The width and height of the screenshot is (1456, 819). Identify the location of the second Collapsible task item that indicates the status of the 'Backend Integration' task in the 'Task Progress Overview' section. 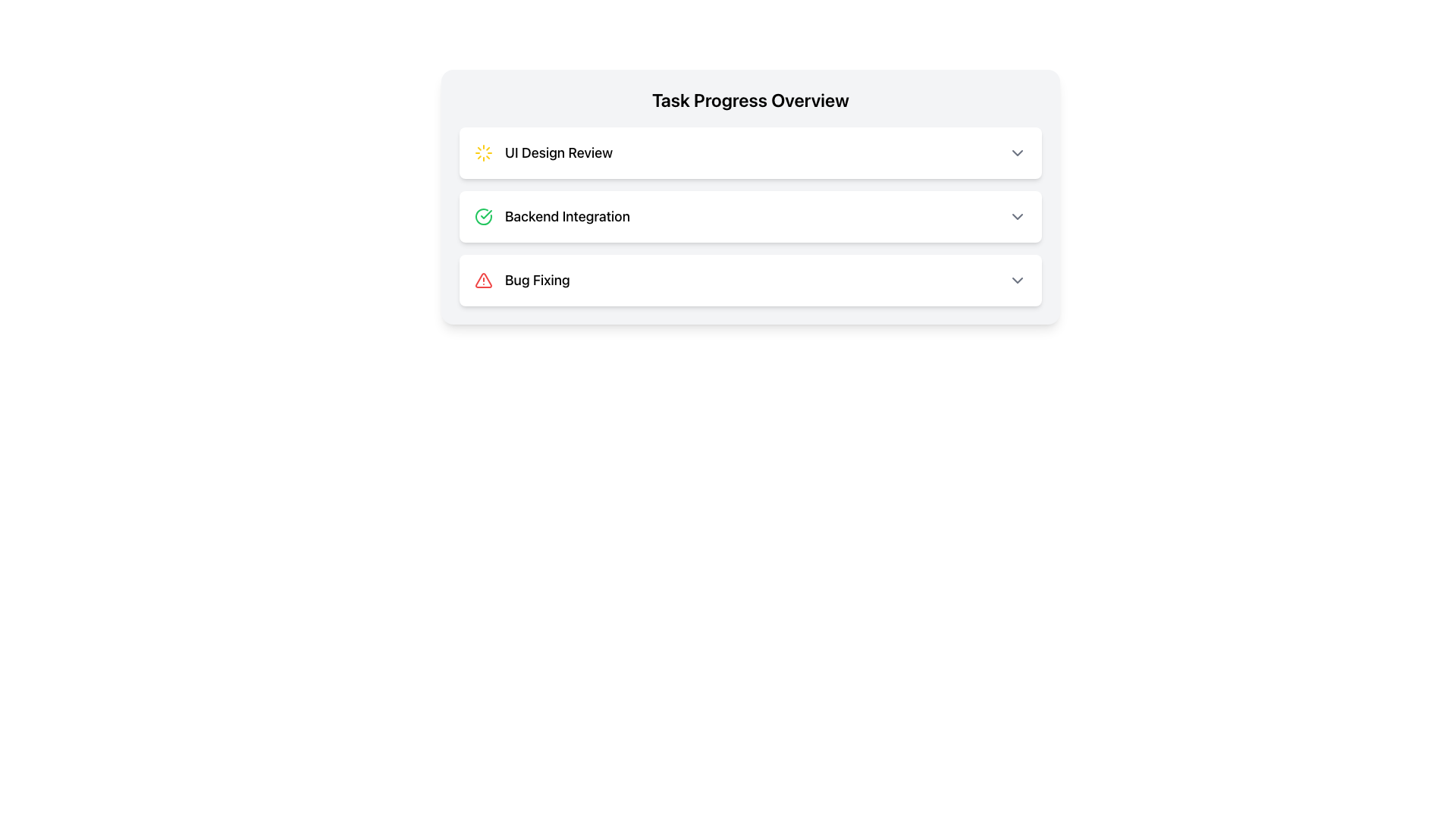
(750, 216).